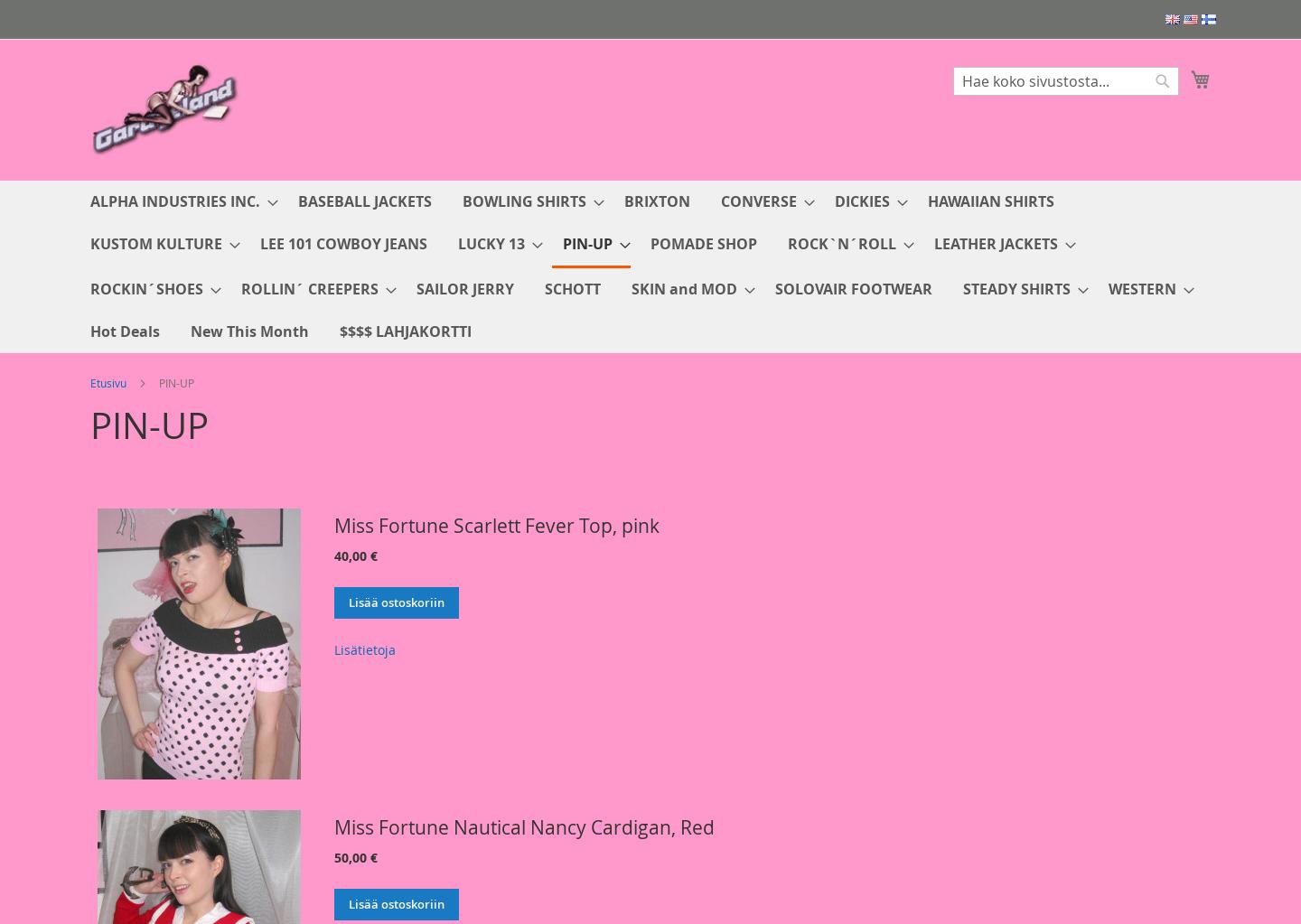  Describe the element at coordinates (928, 201) in the screenshot. I see `'HAWAIIAN SHIRTS'` at that location.